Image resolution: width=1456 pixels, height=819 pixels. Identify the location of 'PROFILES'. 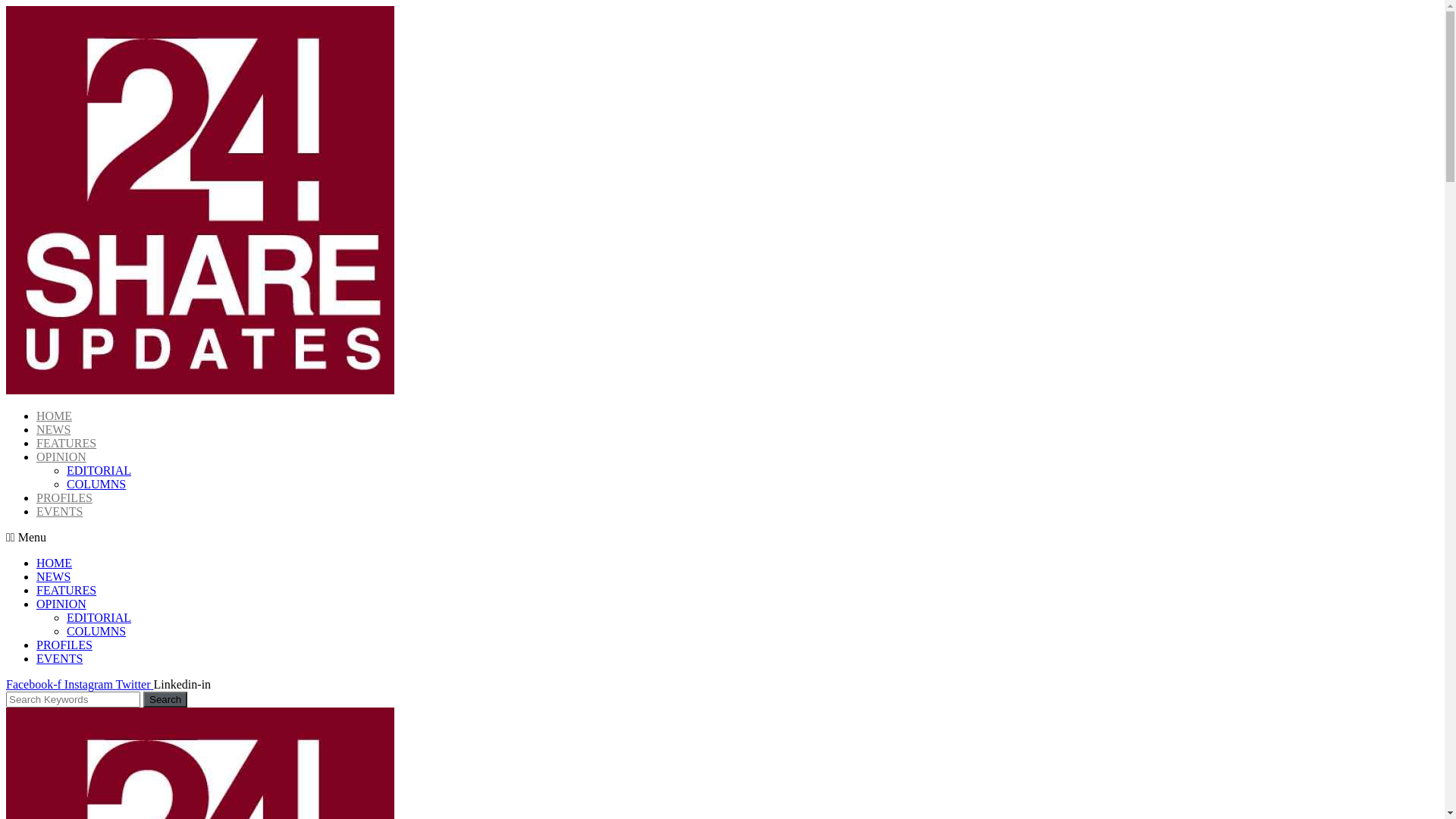
(64, 645).